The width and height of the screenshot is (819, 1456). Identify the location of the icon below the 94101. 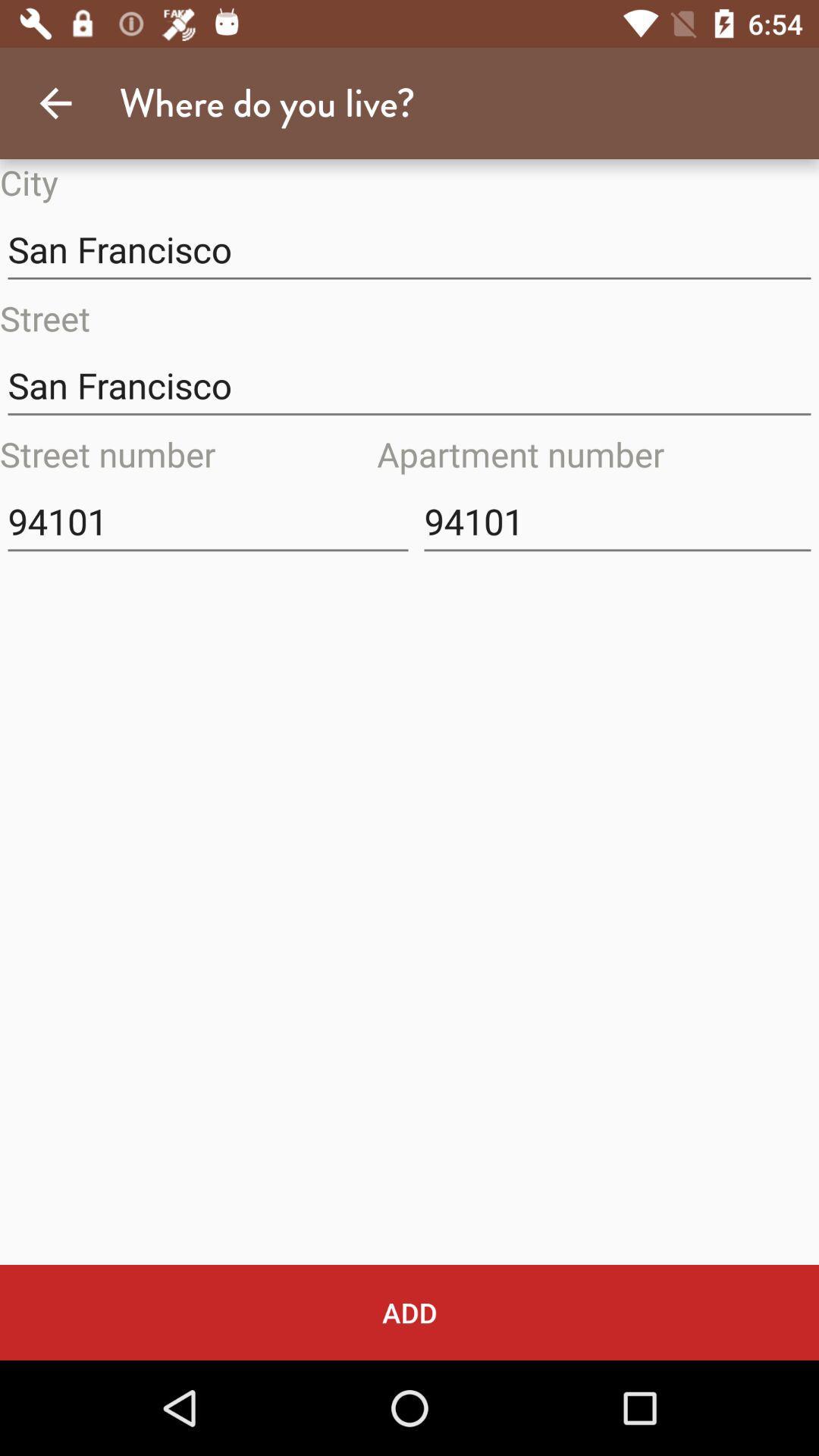
(409, 1312).